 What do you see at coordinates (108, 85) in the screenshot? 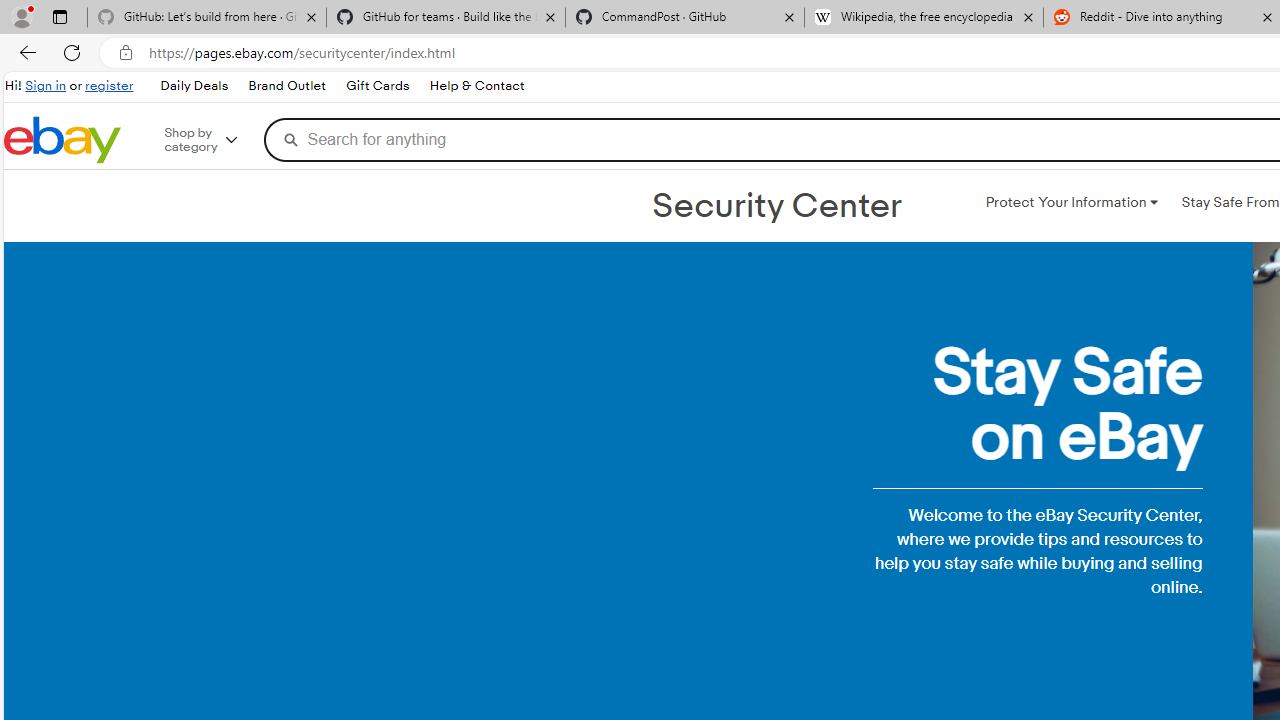
I see `'register'` at bounding box center [108, 85].